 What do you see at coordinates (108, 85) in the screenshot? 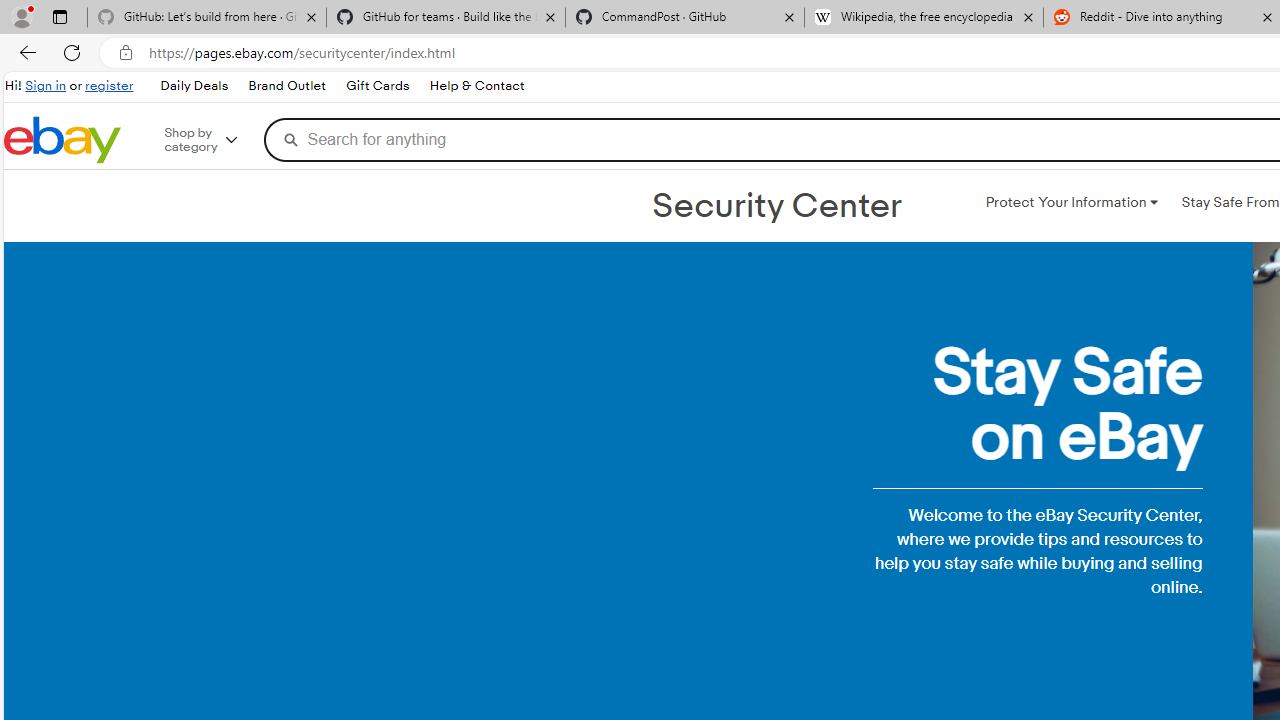
I see `'register'` at bounding box center [108, 85].